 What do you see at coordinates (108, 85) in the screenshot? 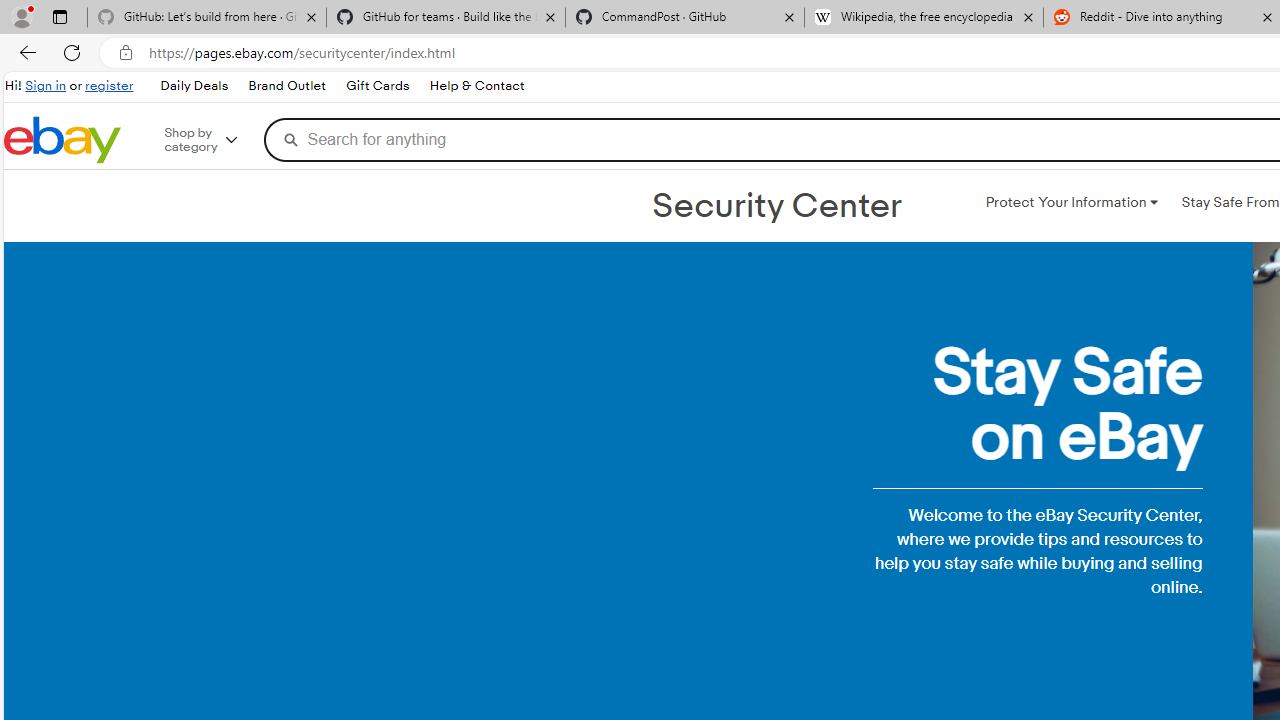
I see `'register'` at bounding box center [108, 85].